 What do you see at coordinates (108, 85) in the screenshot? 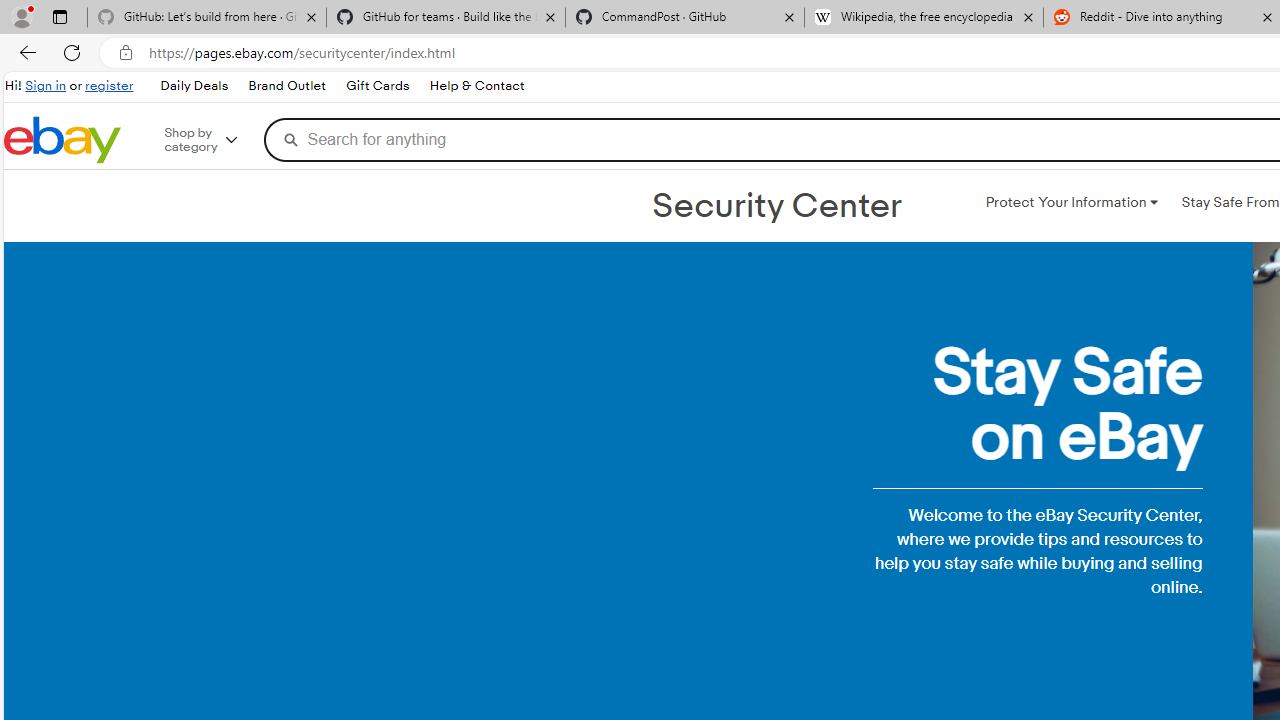
I see `'register'` at bounding box center [108, 85].